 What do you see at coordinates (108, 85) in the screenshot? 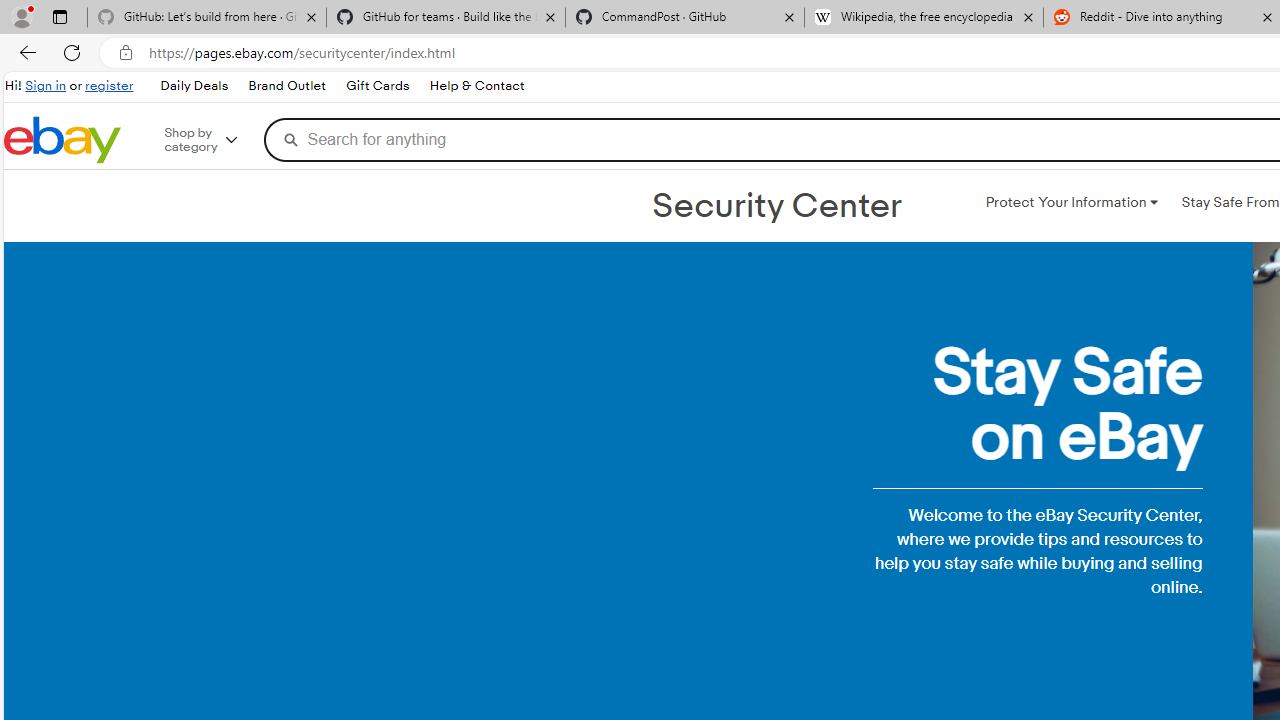
I see `'register'` at bounding box center [108, 85].